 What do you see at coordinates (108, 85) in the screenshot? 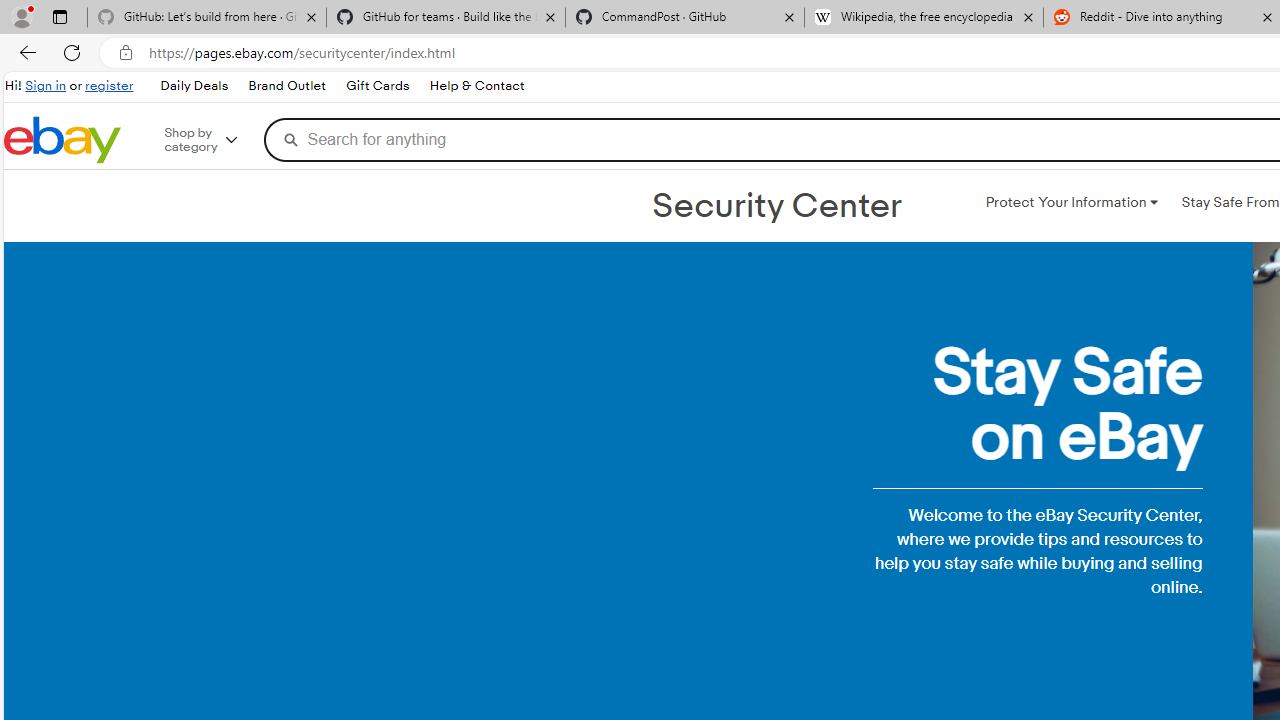
I see `'register'` at bounding box center [108, 85].